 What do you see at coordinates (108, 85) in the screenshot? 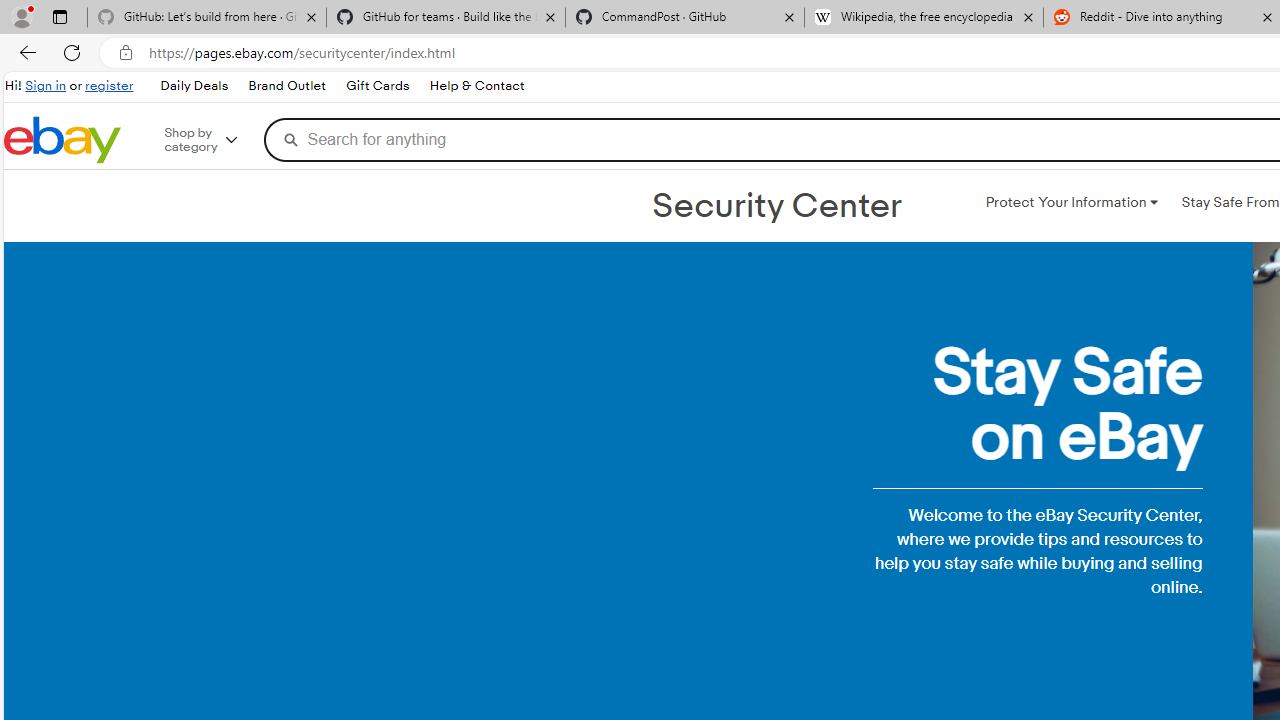
I see `'register'` at bounding box center [108, 85].